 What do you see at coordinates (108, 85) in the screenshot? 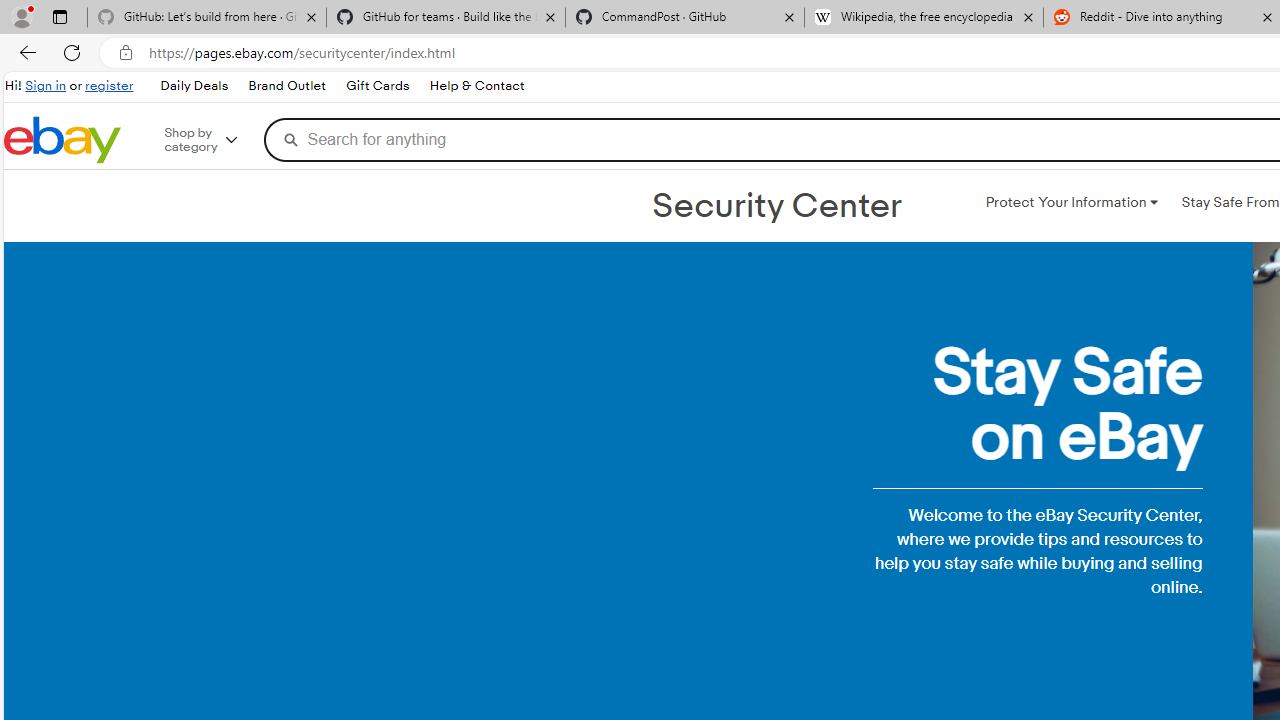
I see `'register'` at bounding box center [108, 85].